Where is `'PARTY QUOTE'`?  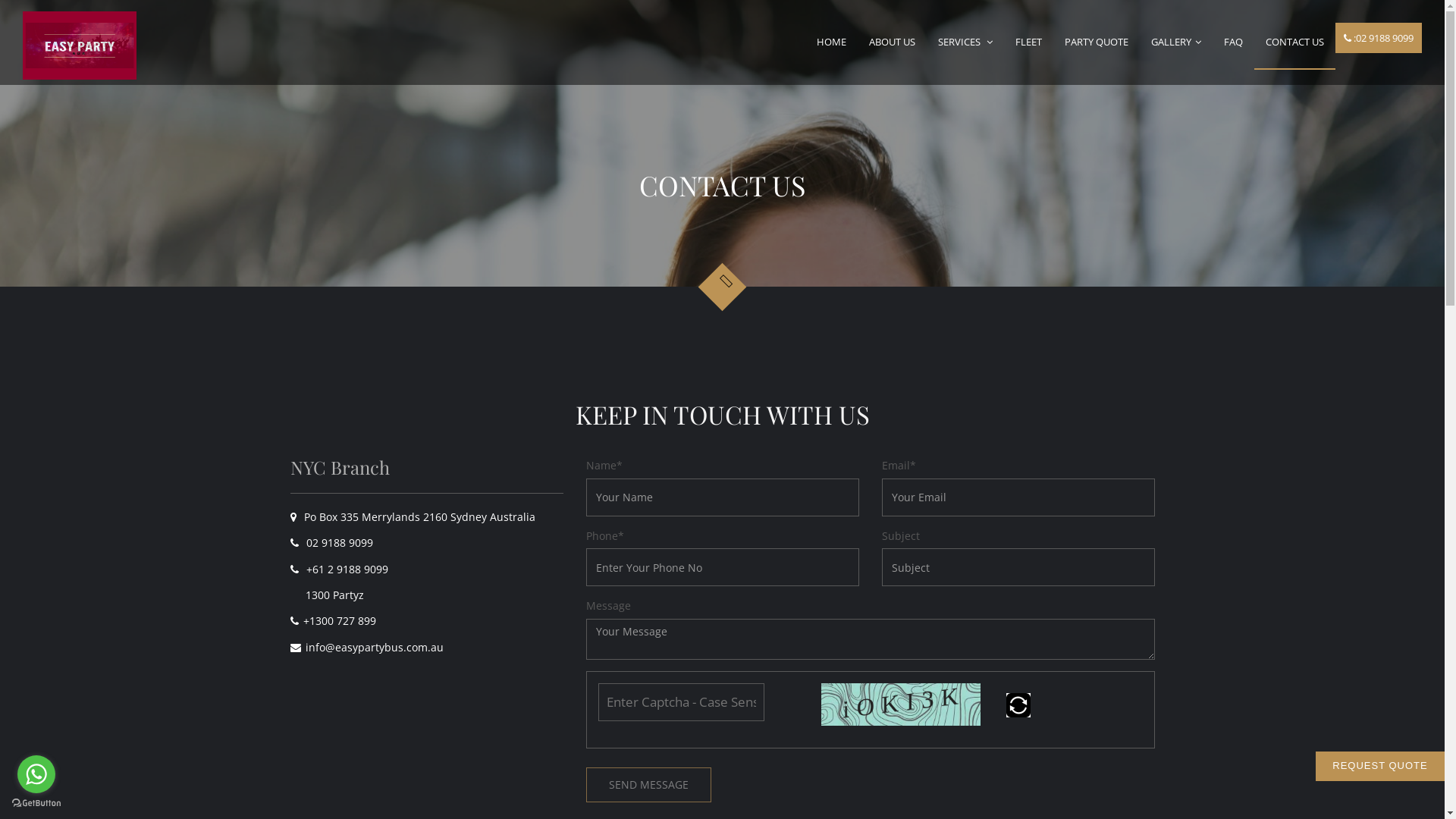
'PARTY QUOTE' is located at coordinates (1052, 40).